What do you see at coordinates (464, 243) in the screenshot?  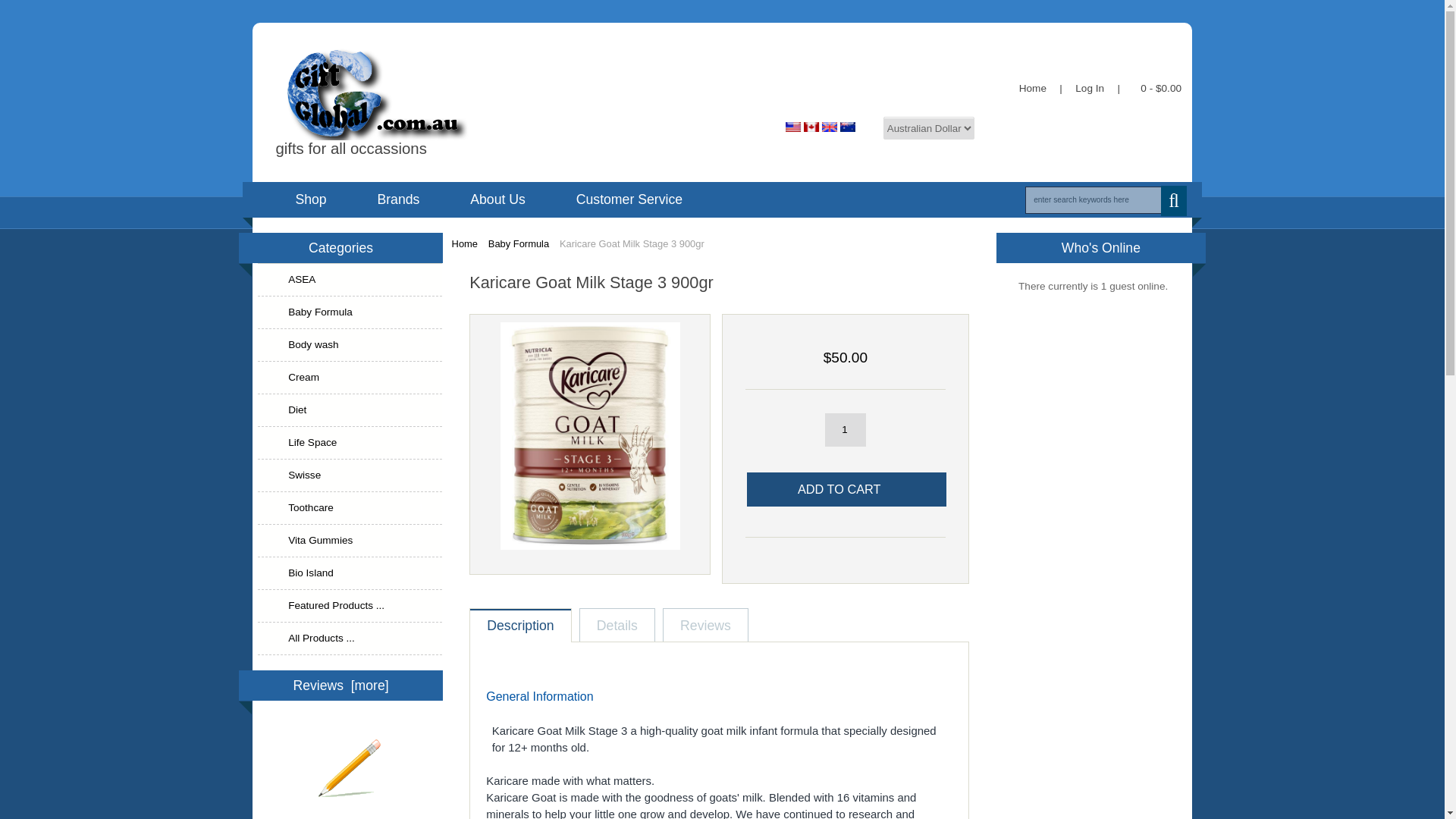 I see `'Home'` at bounding box center [464, 243].